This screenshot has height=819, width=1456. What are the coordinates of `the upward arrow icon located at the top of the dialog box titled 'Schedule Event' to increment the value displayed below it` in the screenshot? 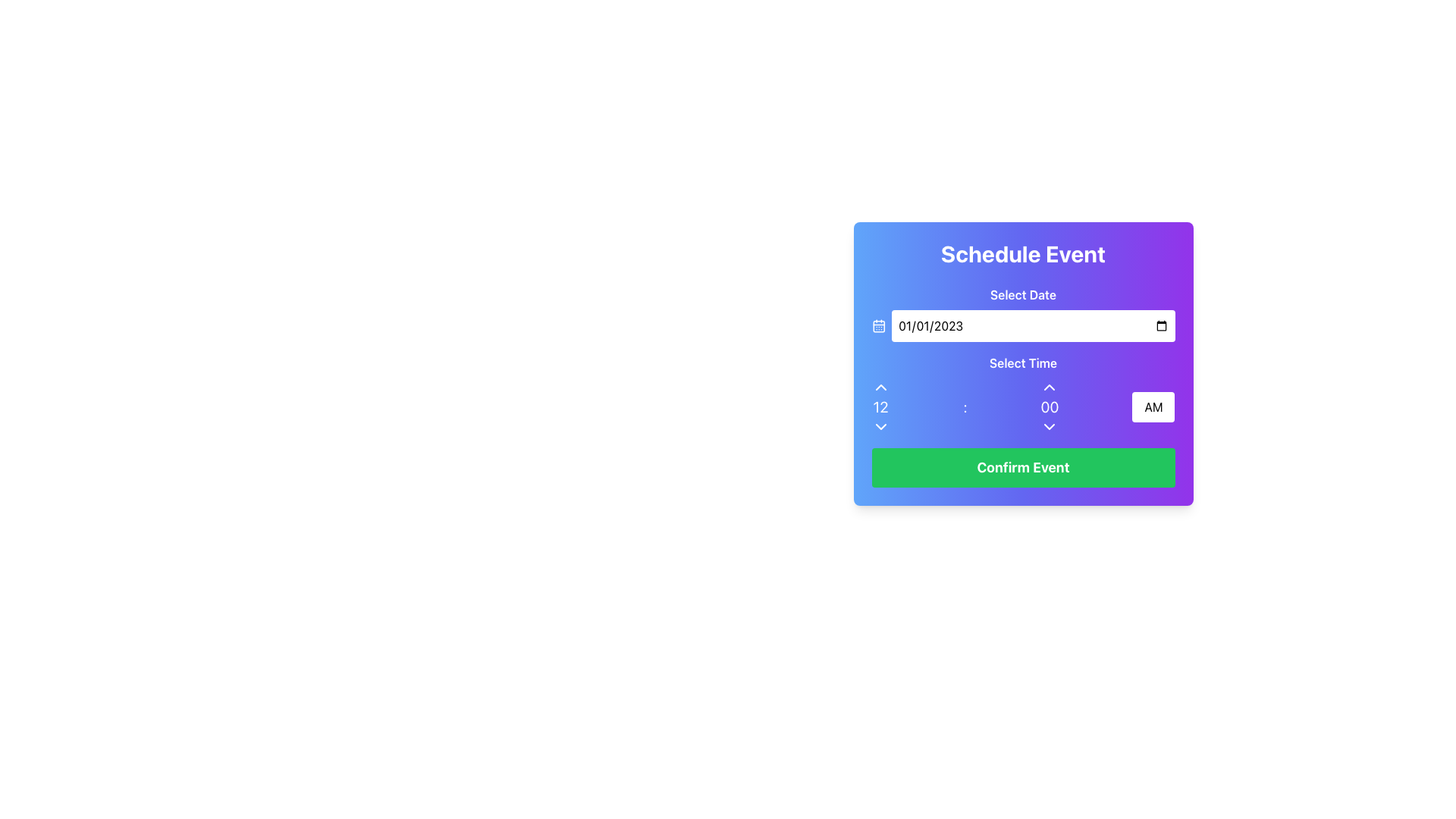 It's located at (880, 386).